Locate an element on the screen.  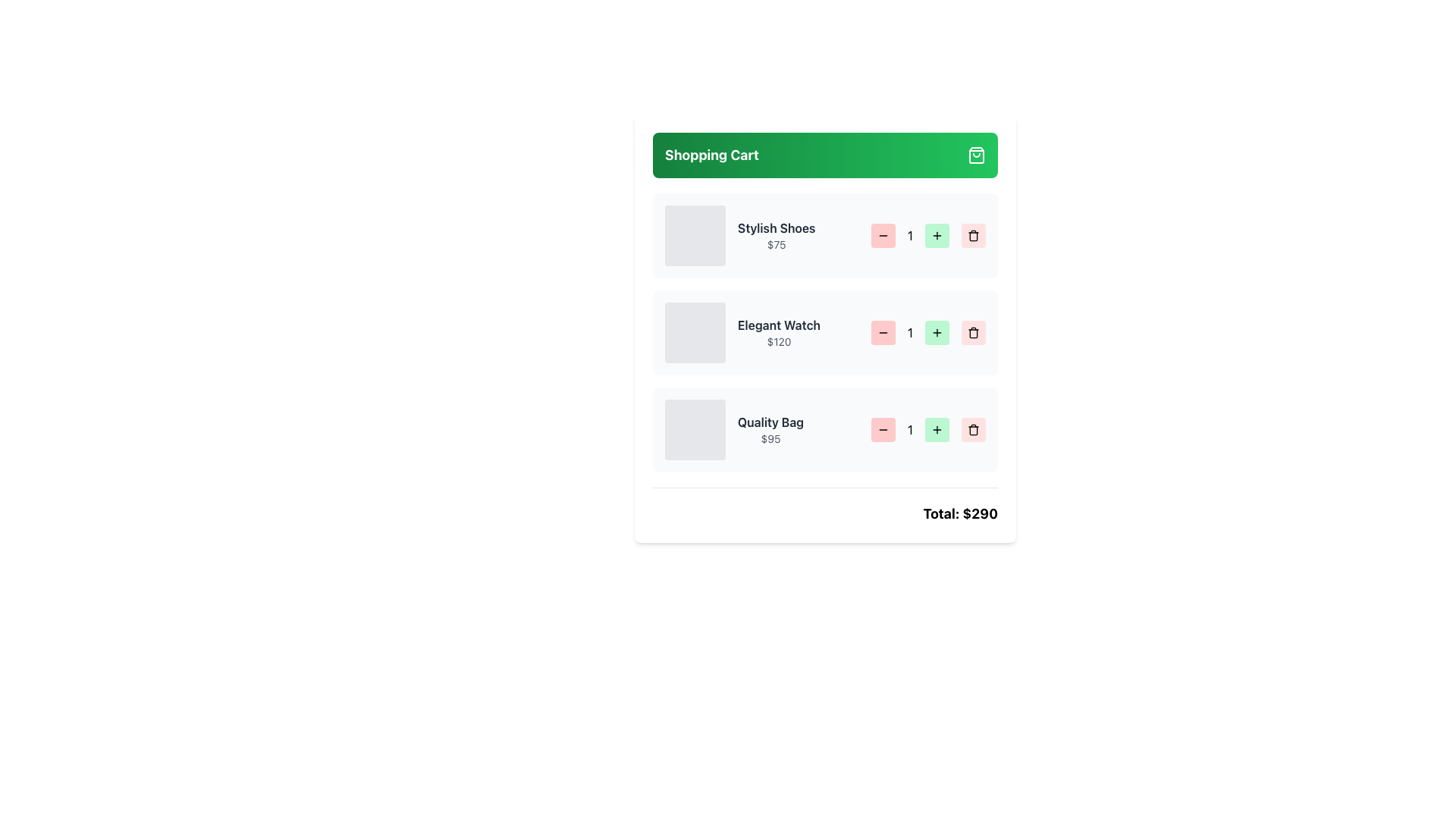
the 'Quality Bag' text label element that displays the price '$95' below it, located in the lower portion of the third row in the shopping cart interface is located at coordinates (770, 430).